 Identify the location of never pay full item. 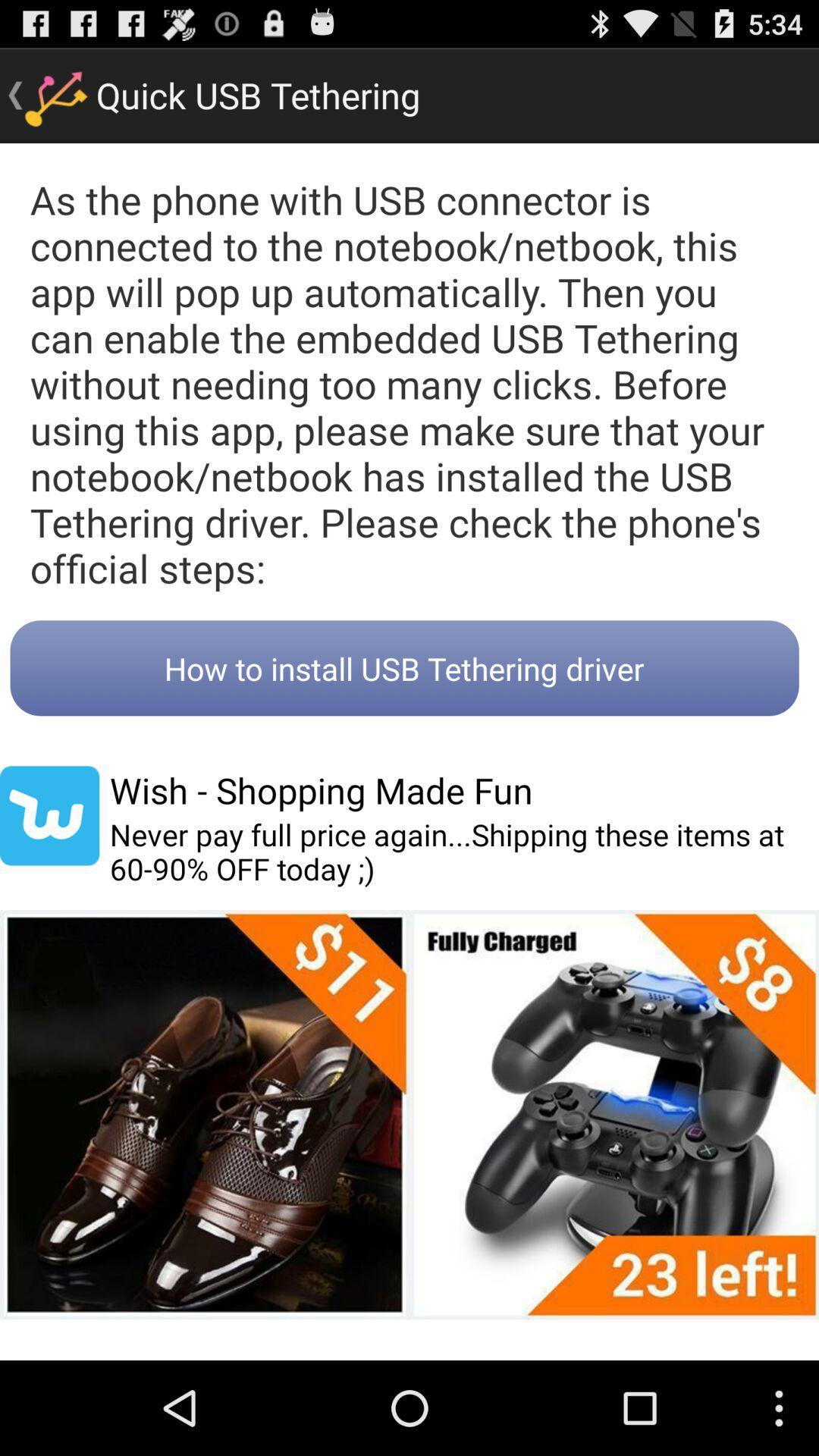
(463, 852).